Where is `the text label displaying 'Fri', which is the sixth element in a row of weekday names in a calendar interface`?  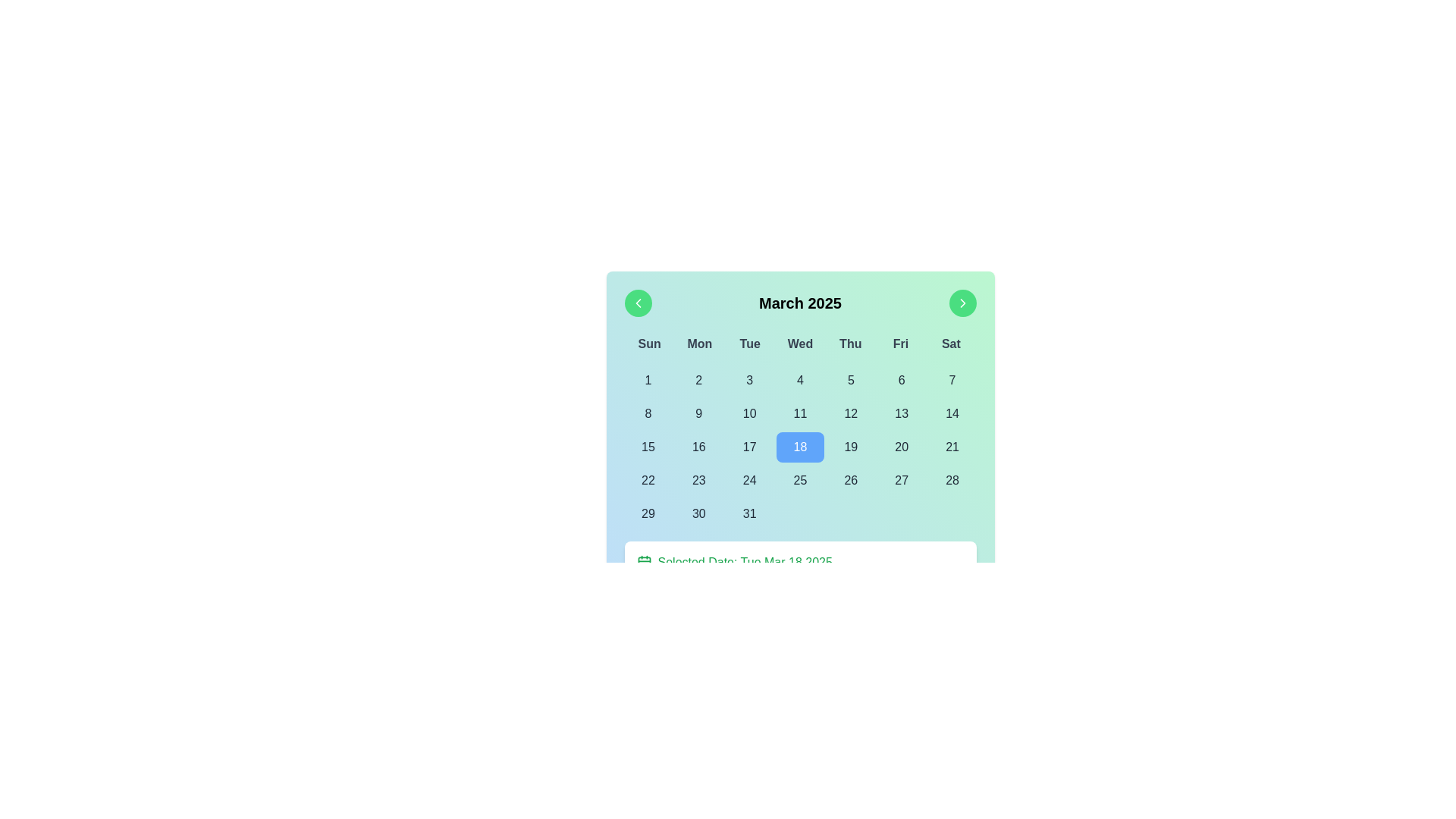 the text label displaying 'Fri', which is the sixth element in a row of weekday names in a calendar interface is located at coordinates (901, 344).